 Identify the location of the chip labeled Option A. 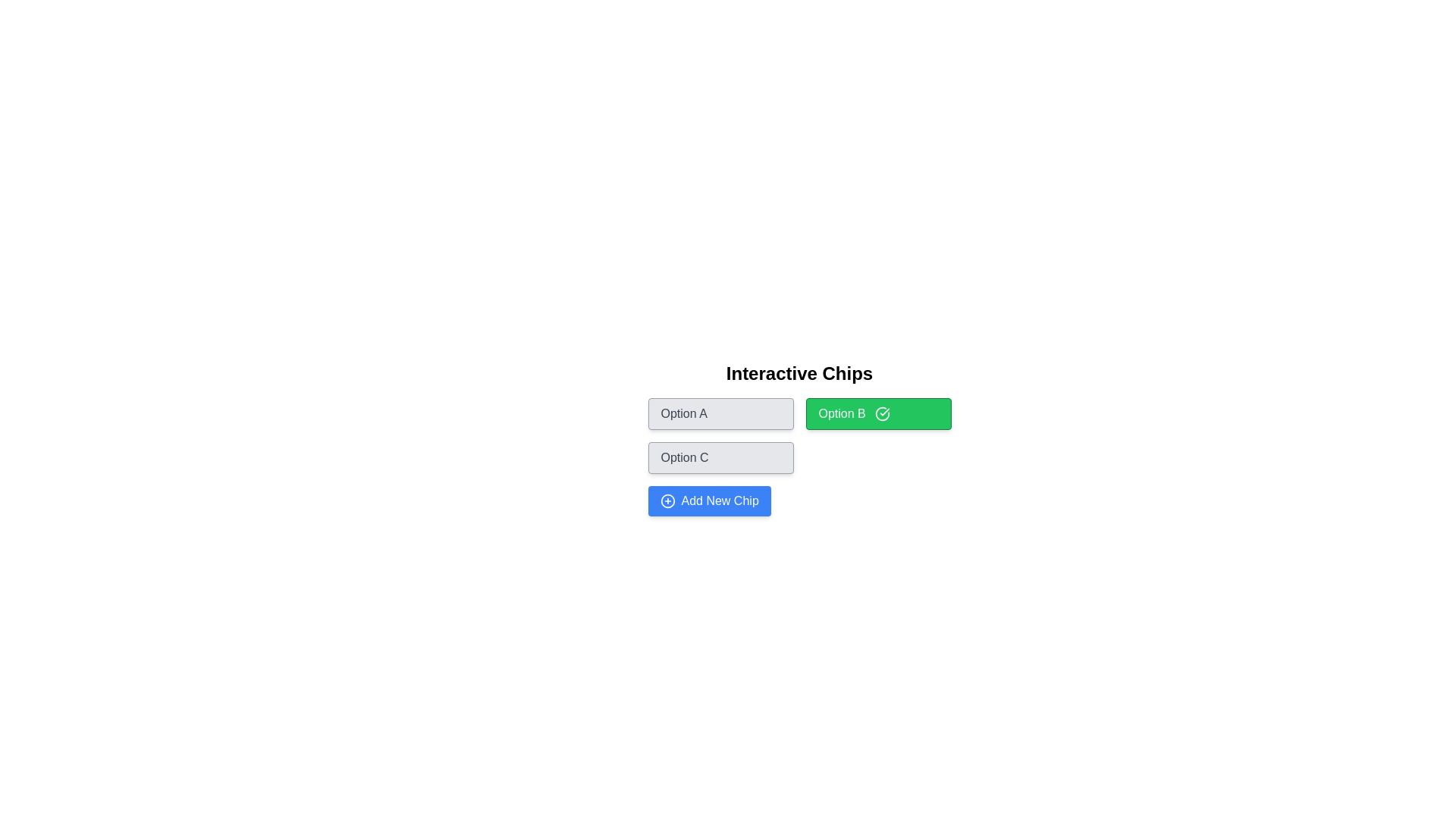
(720, 414).